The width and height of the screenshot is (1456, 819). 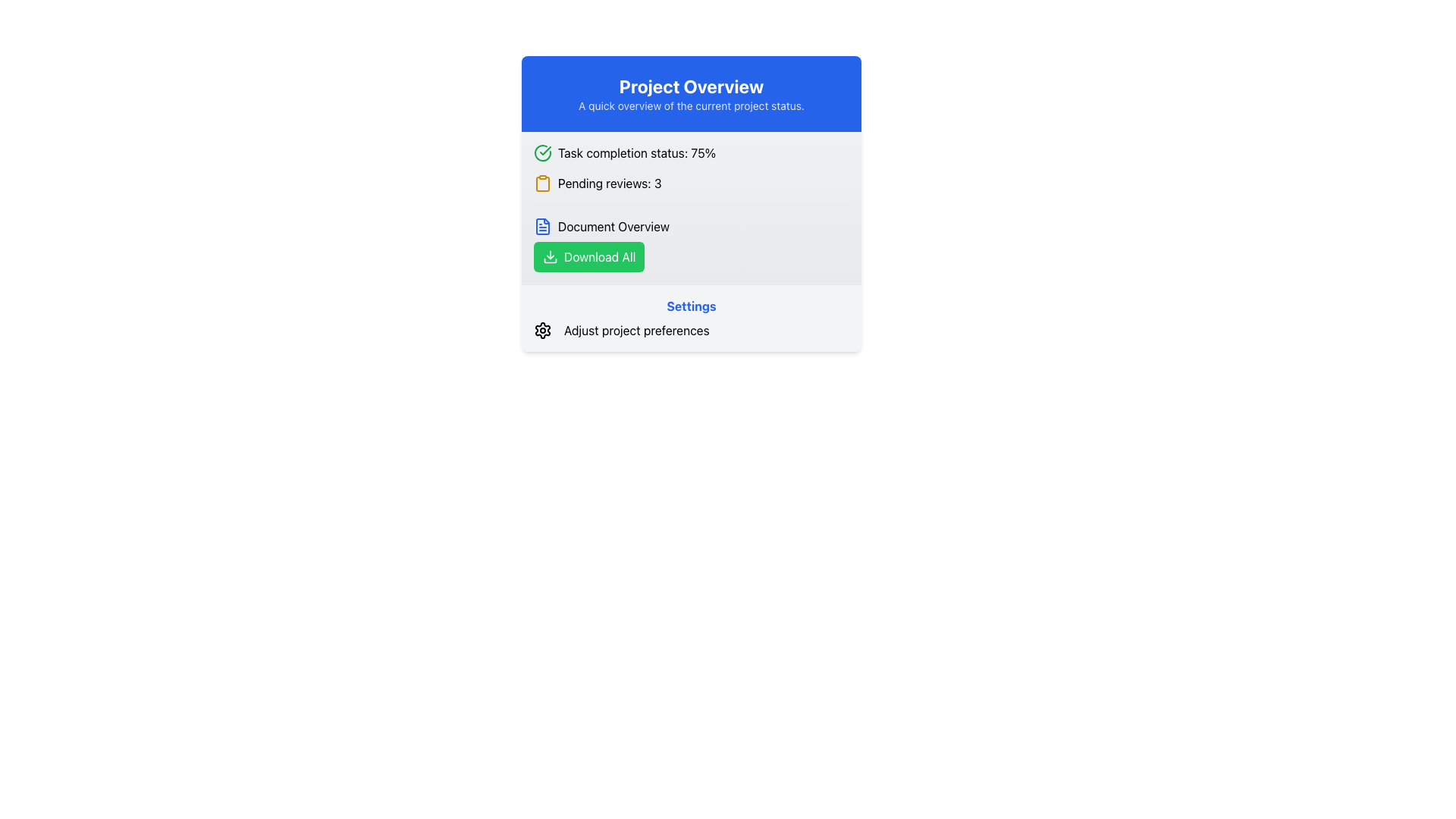 What do you see at coordinates (542, 329) in the screenshot?
I see `the settings gear icon, which is a minimalist black outline icon located adjacent to the text 'Adjust project preferences' at the bottom center of the interface` at bounding box center [542, 329].